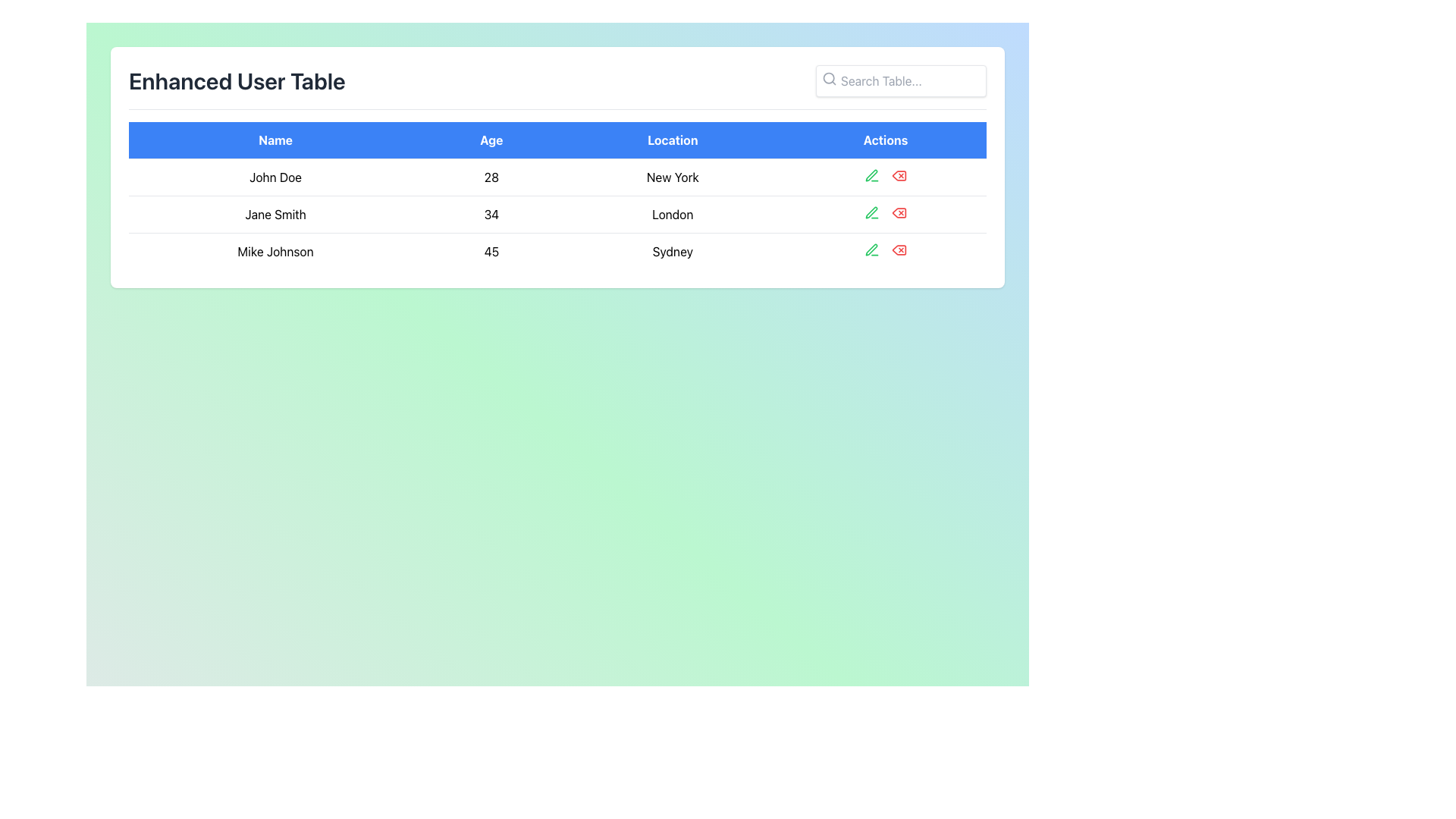 Image resolution: width=1456 pixels, height=819 pixels. I want to click on text displaying the name 'Mike Johnson' located in the third row, first column of the user details table, so click(275, 250).